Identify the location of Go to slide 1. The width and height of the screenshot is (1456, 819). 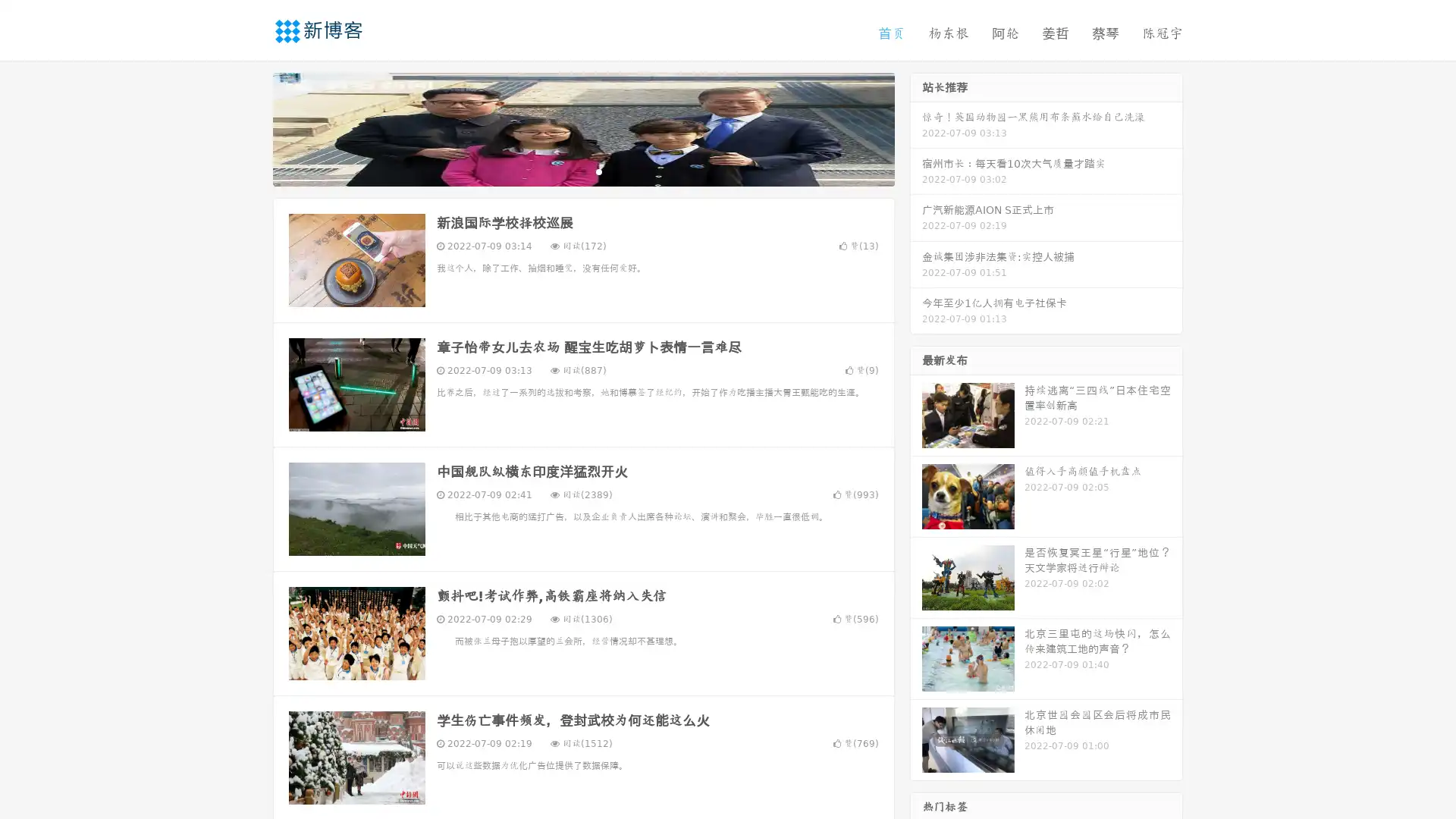
(567, 171).